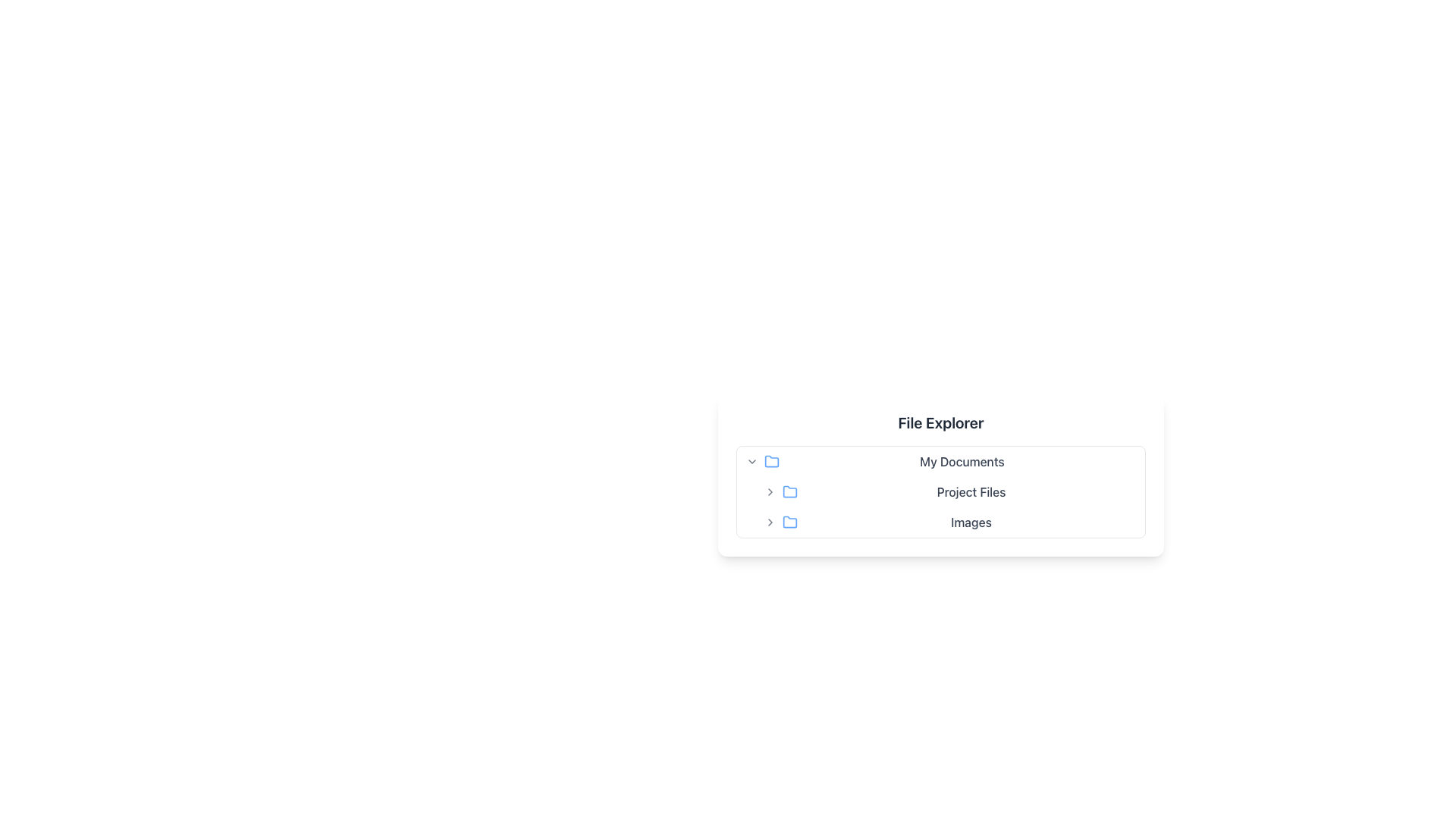  I want to click on the small downward-pointing chevron icon within the circular area to the left of 'My Documents', so click(752, 461).